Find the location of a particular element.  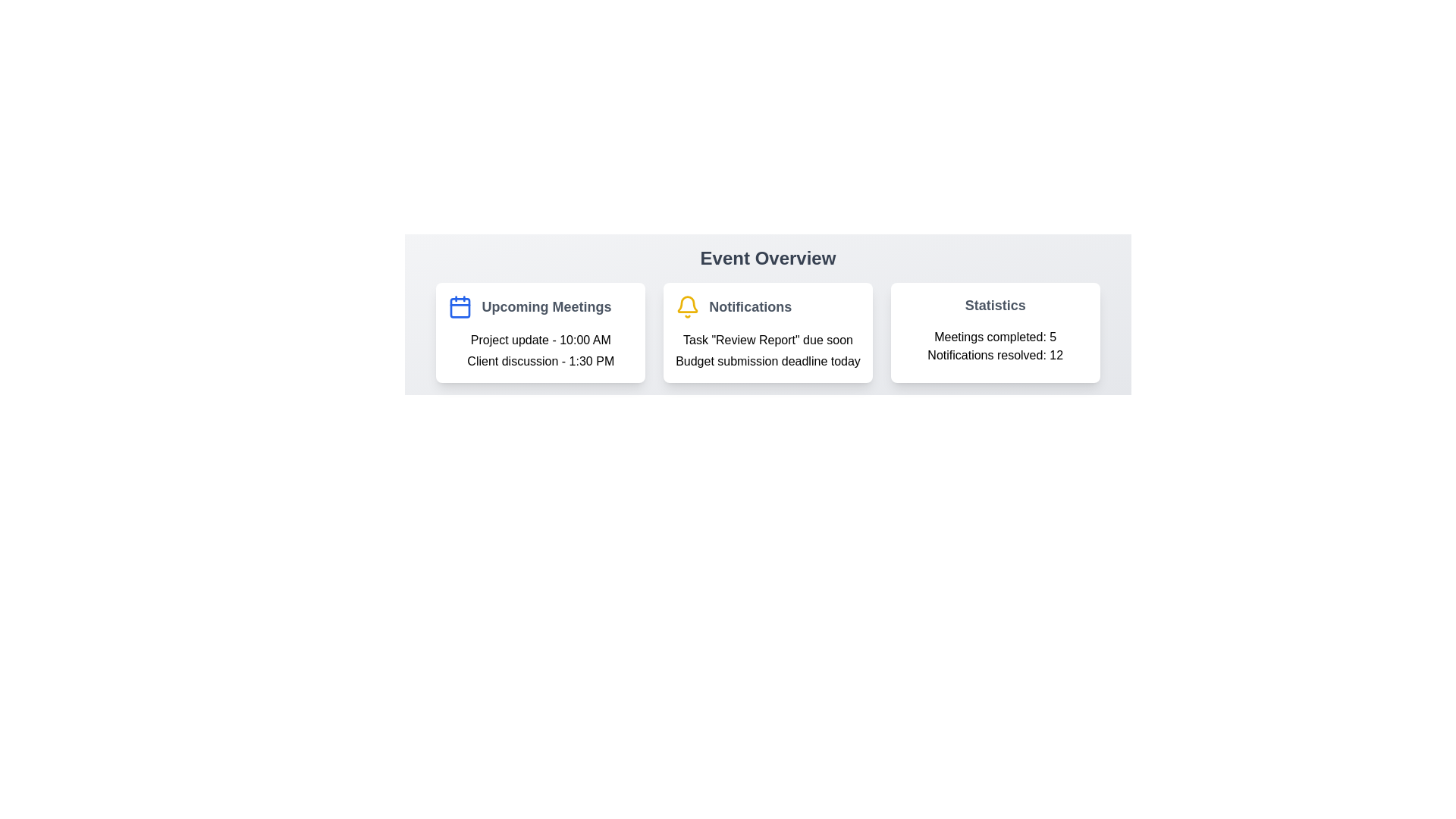

the prominent yellow bell icon that represents notifications, located at the center of the UI layout is located at coordinates (687, 307).